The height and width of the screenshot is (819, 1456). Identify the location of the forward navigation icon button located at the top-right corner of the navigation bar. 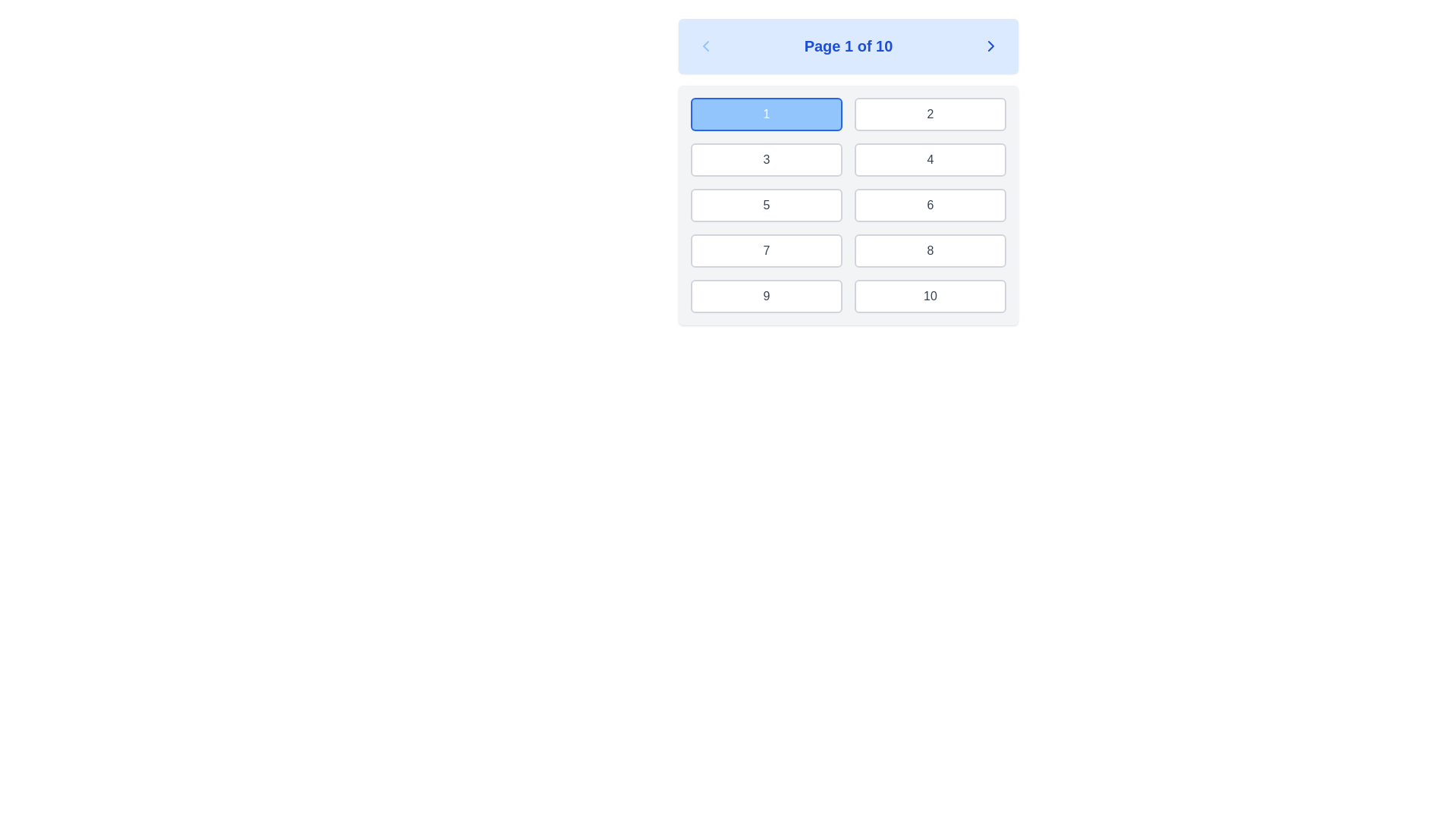
(990, 45).